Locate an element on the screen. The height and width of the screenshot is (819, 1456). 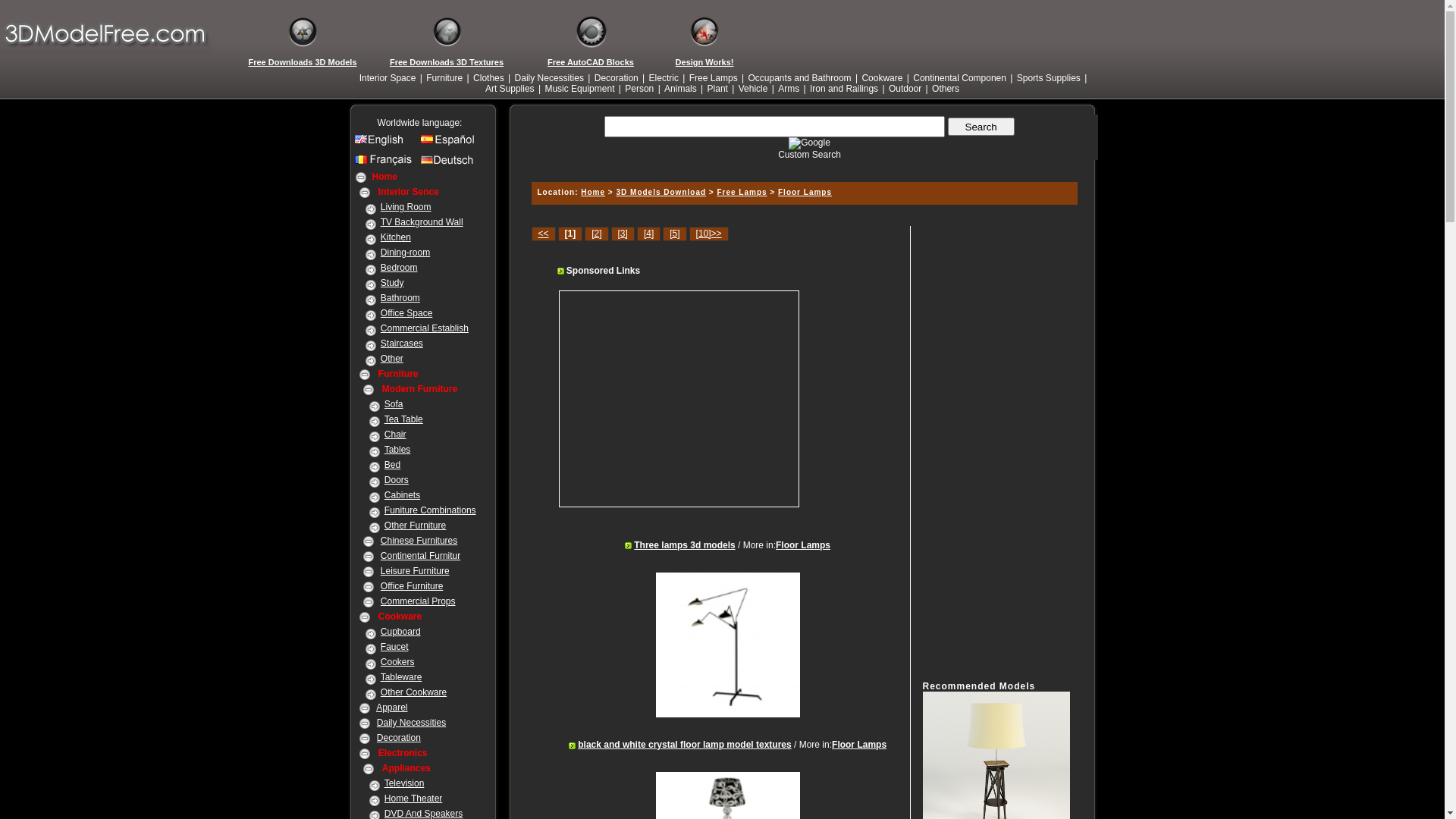
'Sofa' is located at coordinates (394, 403).